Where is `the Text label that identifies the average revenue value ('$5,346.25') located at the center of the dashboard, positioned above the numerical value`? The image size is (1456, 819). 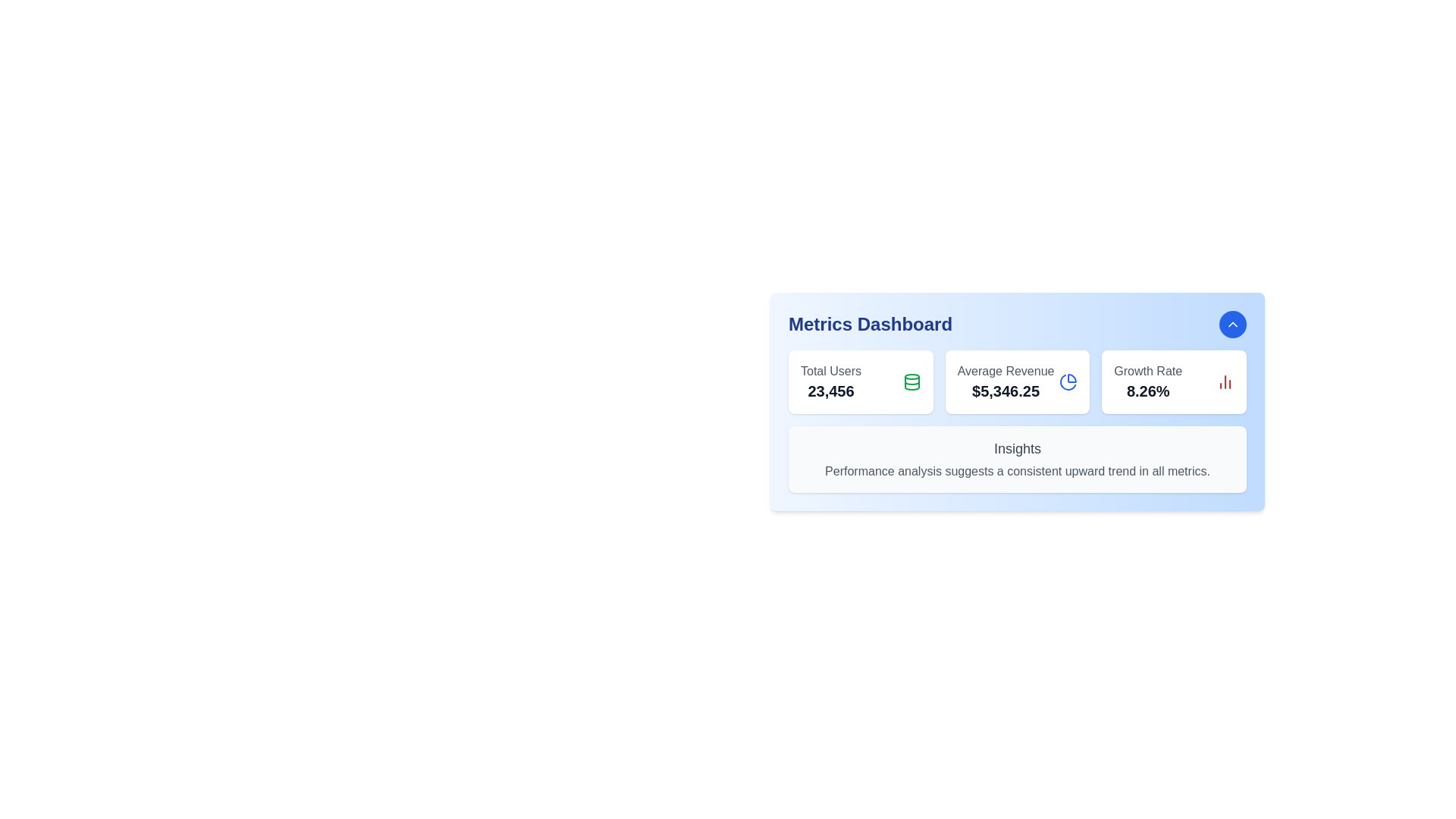 the Text label that identifies the average revenue value ('$5,346.25') located at the center of the dashboard, positioned above the numerical value is located at coordinates (1006, 371).